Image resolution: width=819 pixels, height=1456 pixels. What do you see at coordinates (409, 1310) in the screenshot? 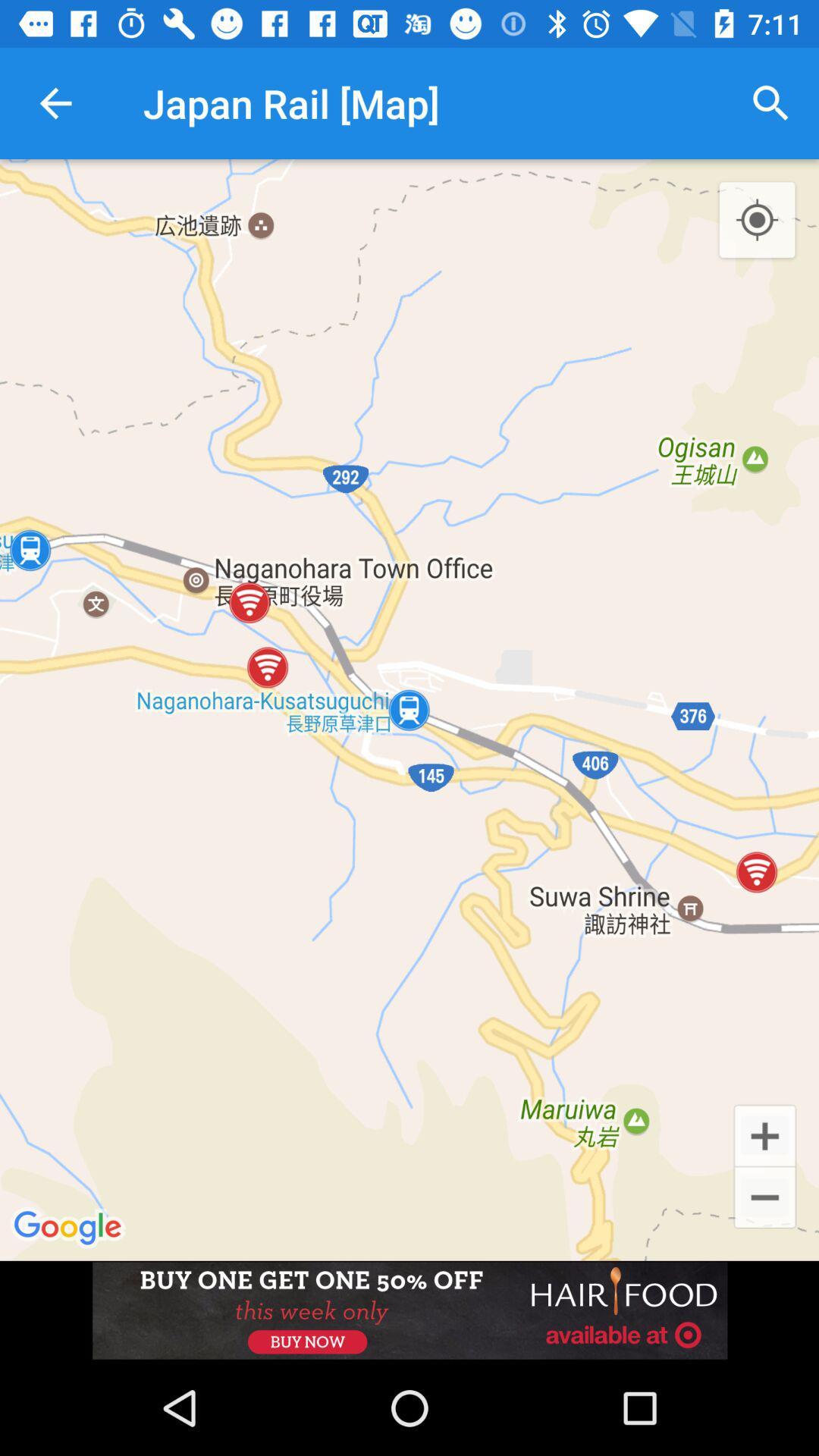
I see `advertisement` at bounding box center [409, 1310].